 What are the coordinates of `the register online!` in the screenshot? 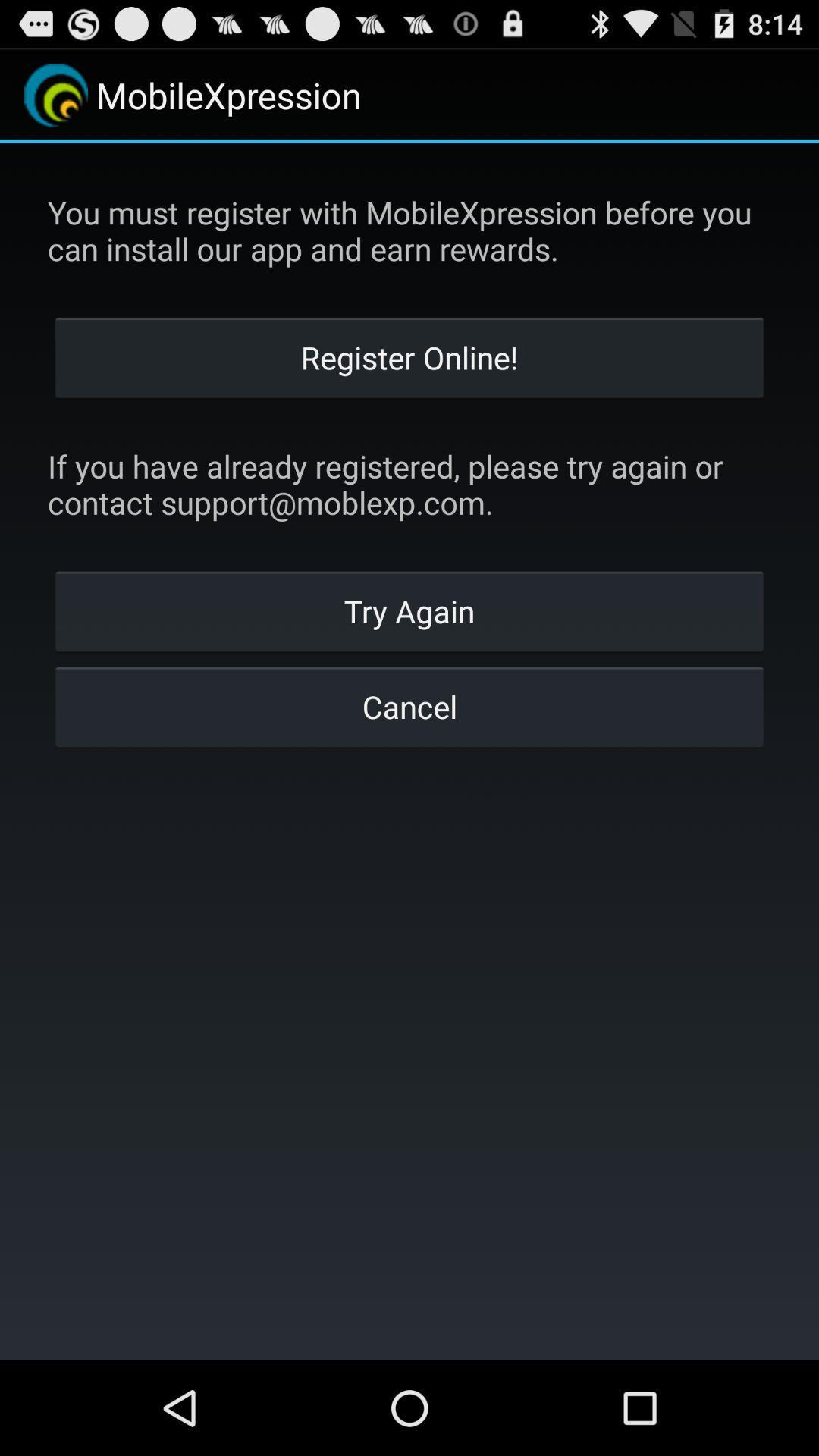 It's located at (409, 356).